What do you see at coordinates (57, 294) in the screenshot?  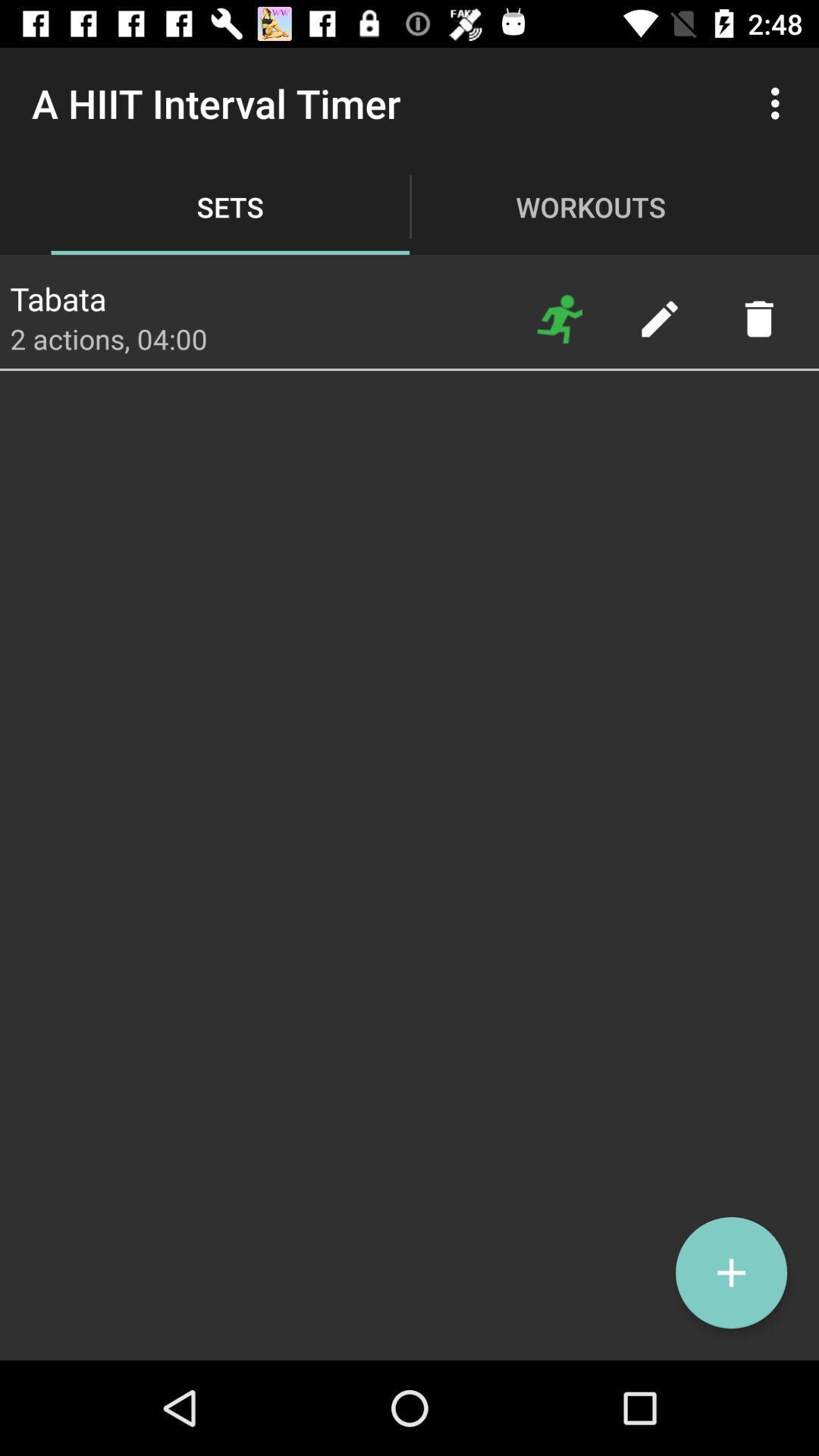 I see `item above the 2 actions 04 icon` at bounding box center [57, 294].